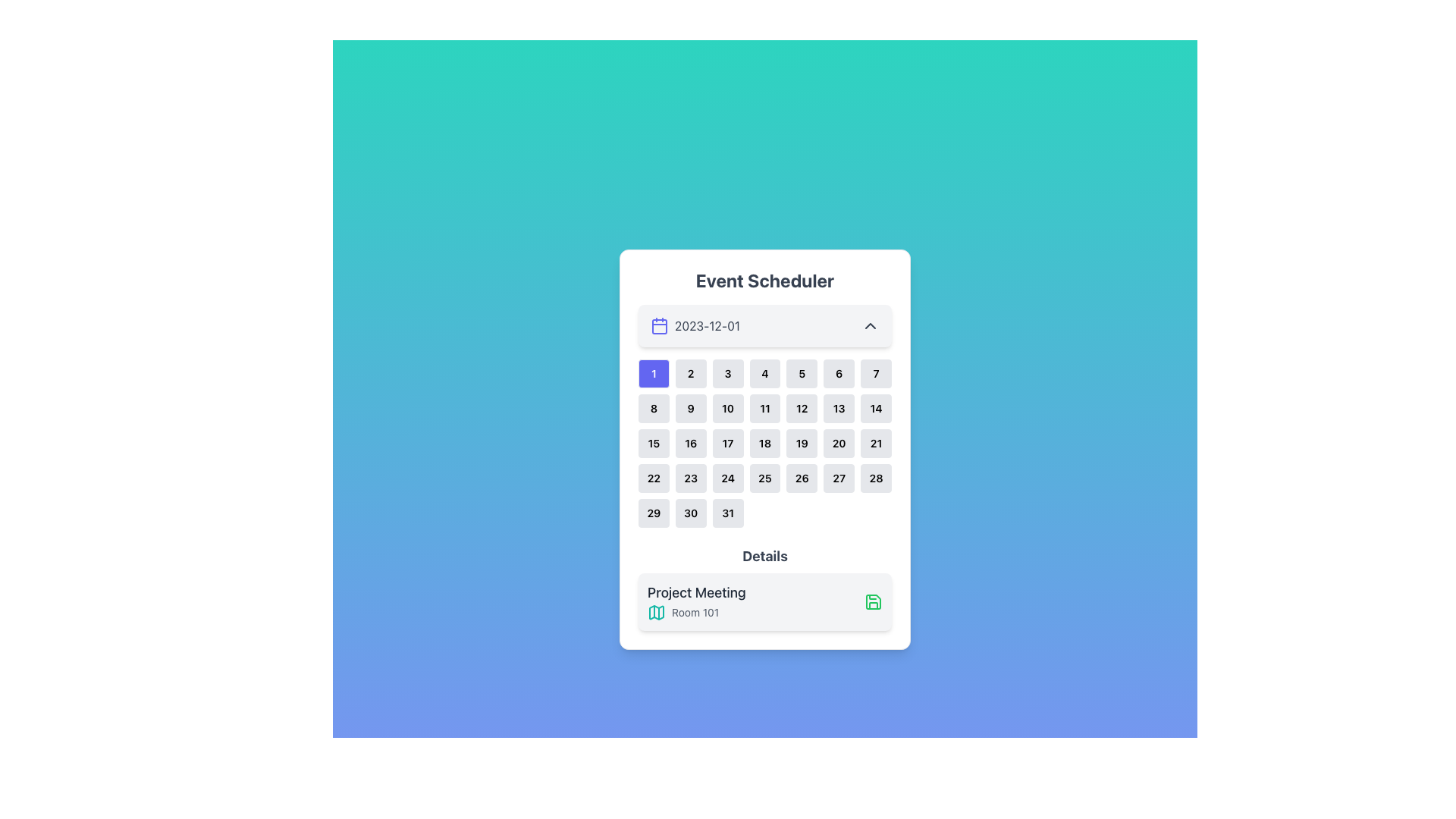 This screenshot has width=1456, height=819. I want to click on the button labeled '28' located in the lower right quadrant of the card under the 'Event Scheduler' header, so click(876, 479).